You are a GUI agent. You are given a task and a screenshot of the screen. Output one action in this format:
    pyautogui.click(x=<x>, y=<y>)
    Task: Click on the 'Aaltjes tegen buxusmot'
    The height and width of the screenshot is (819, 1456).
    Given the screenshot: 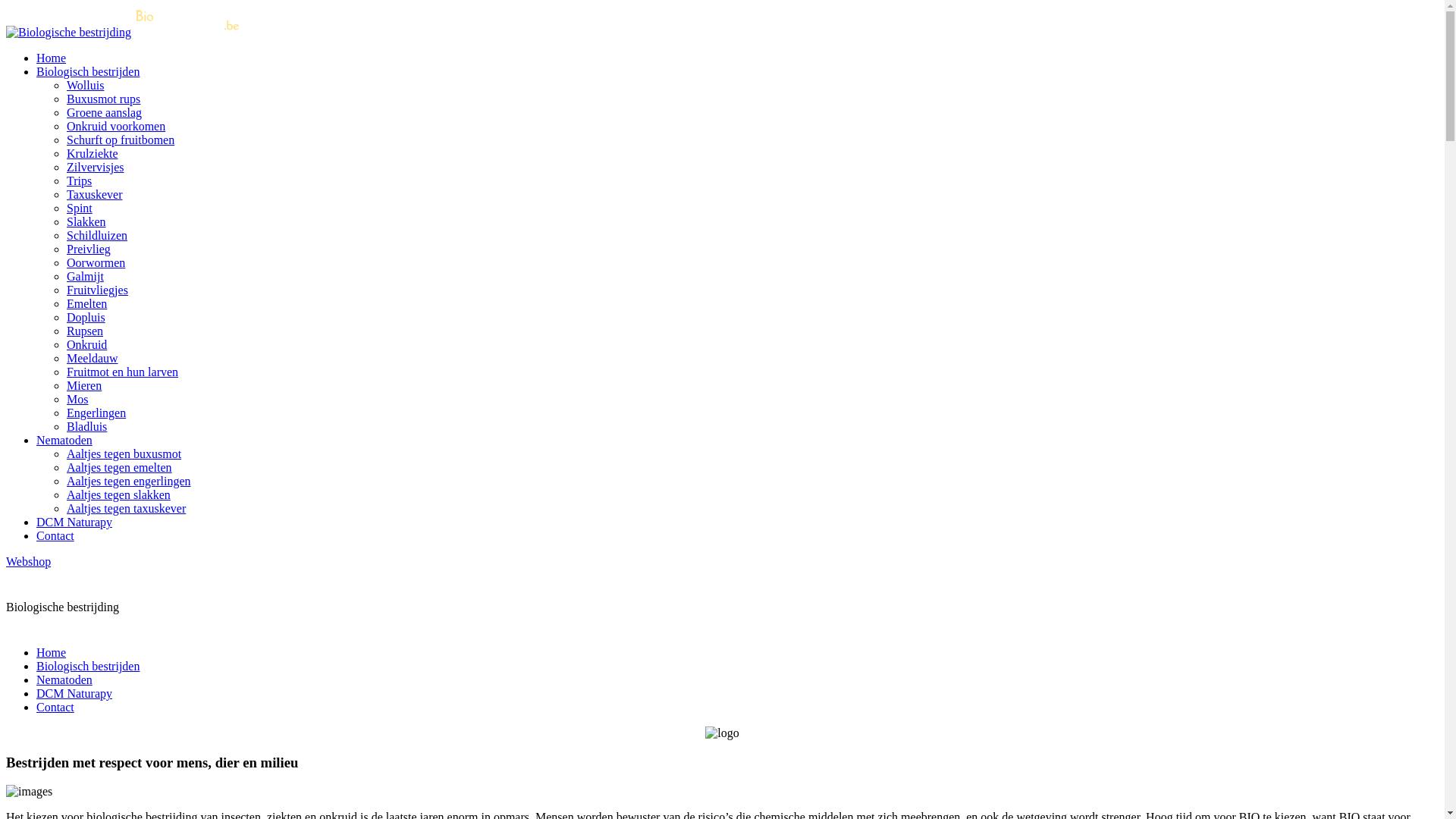 What is the action you would take?
    pyautogui.click(x=124, y=453)
    